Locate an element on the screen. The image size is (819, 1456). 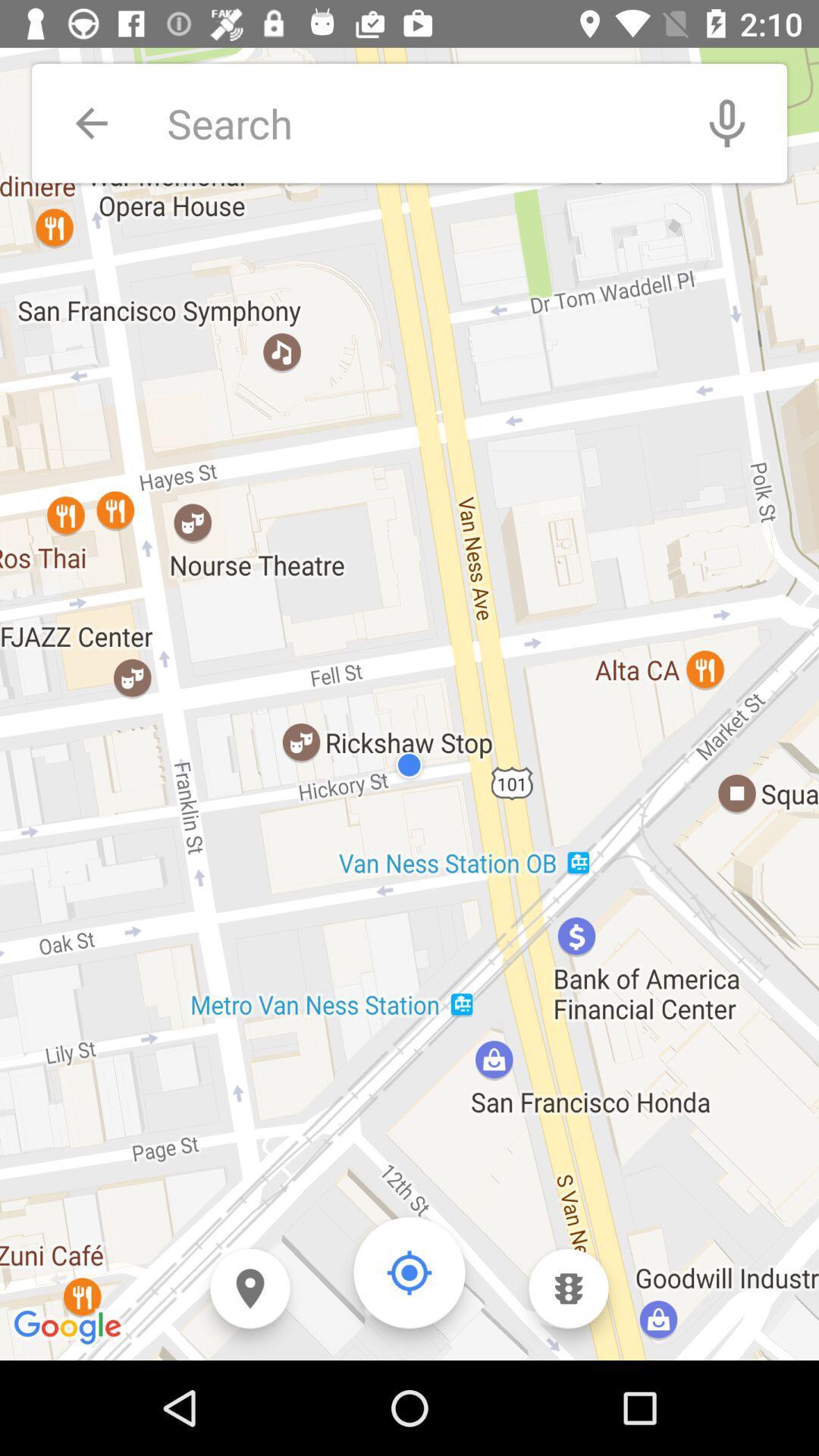
the location icon is located at coordinates (249, 1288).